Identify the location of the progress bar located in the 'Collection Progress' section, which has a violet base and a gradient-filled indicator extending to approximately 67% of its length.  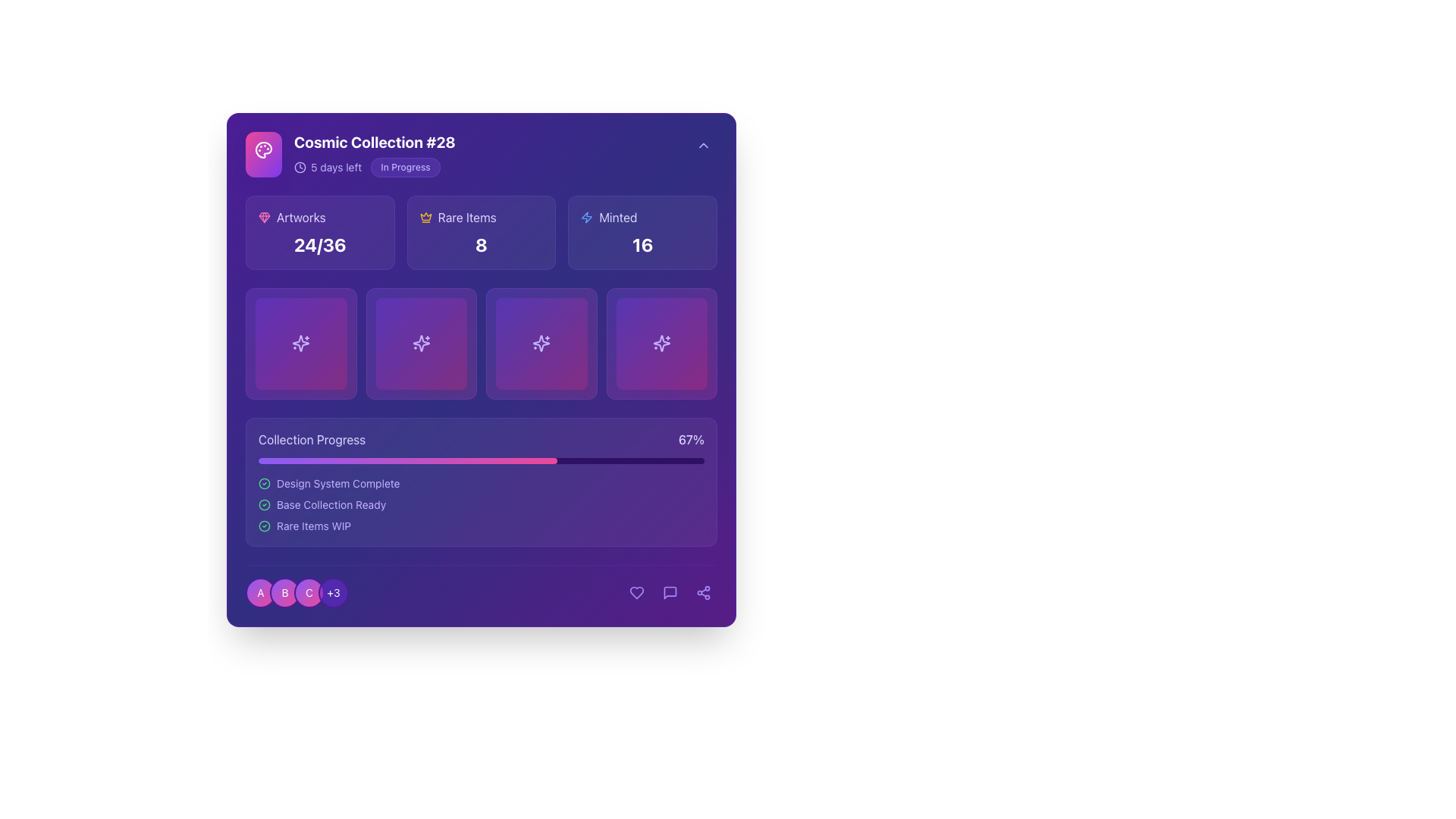
(480, 460).